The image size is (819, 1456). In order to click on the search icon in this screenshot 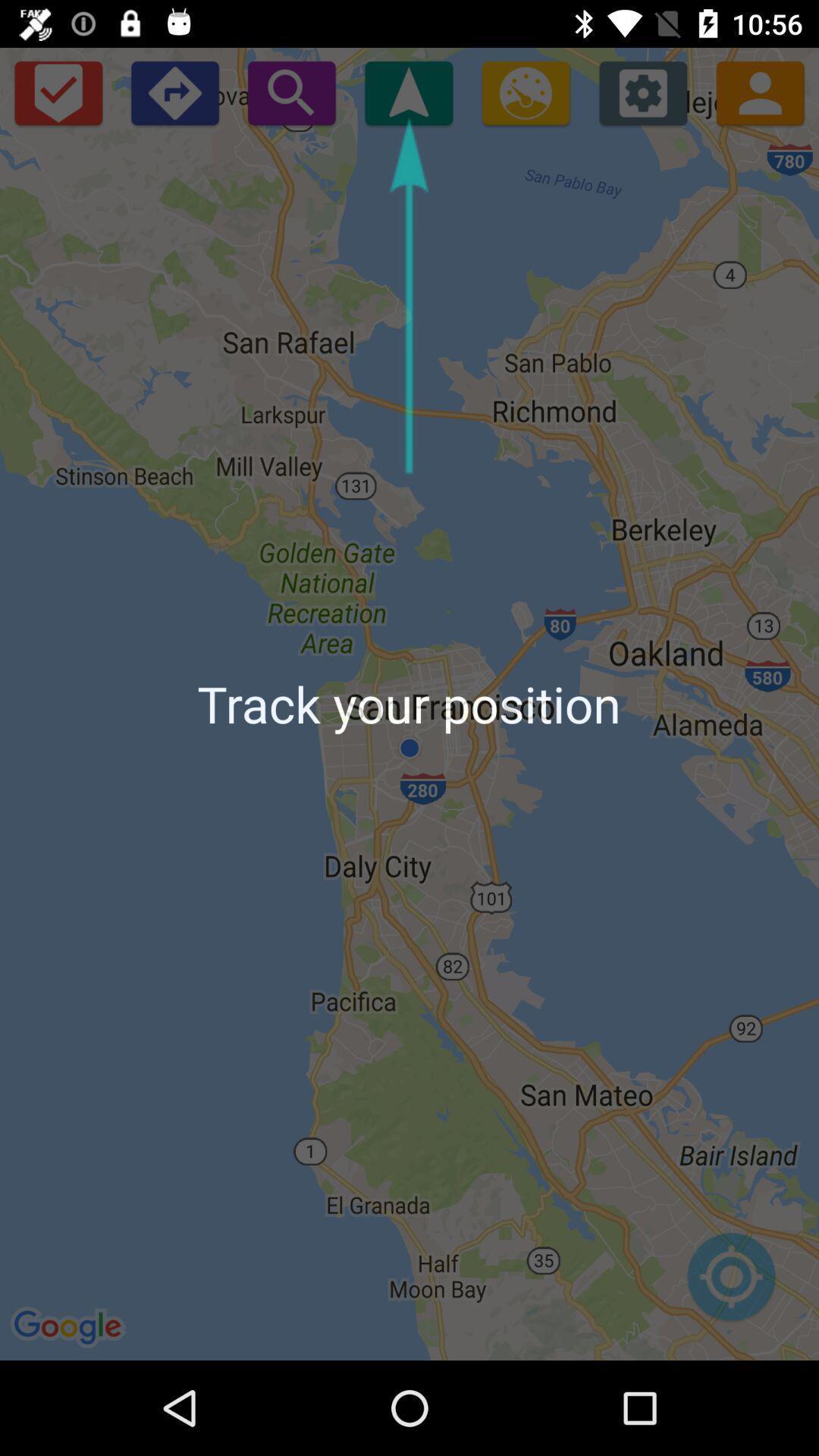, I will do `click(291, 92)`.